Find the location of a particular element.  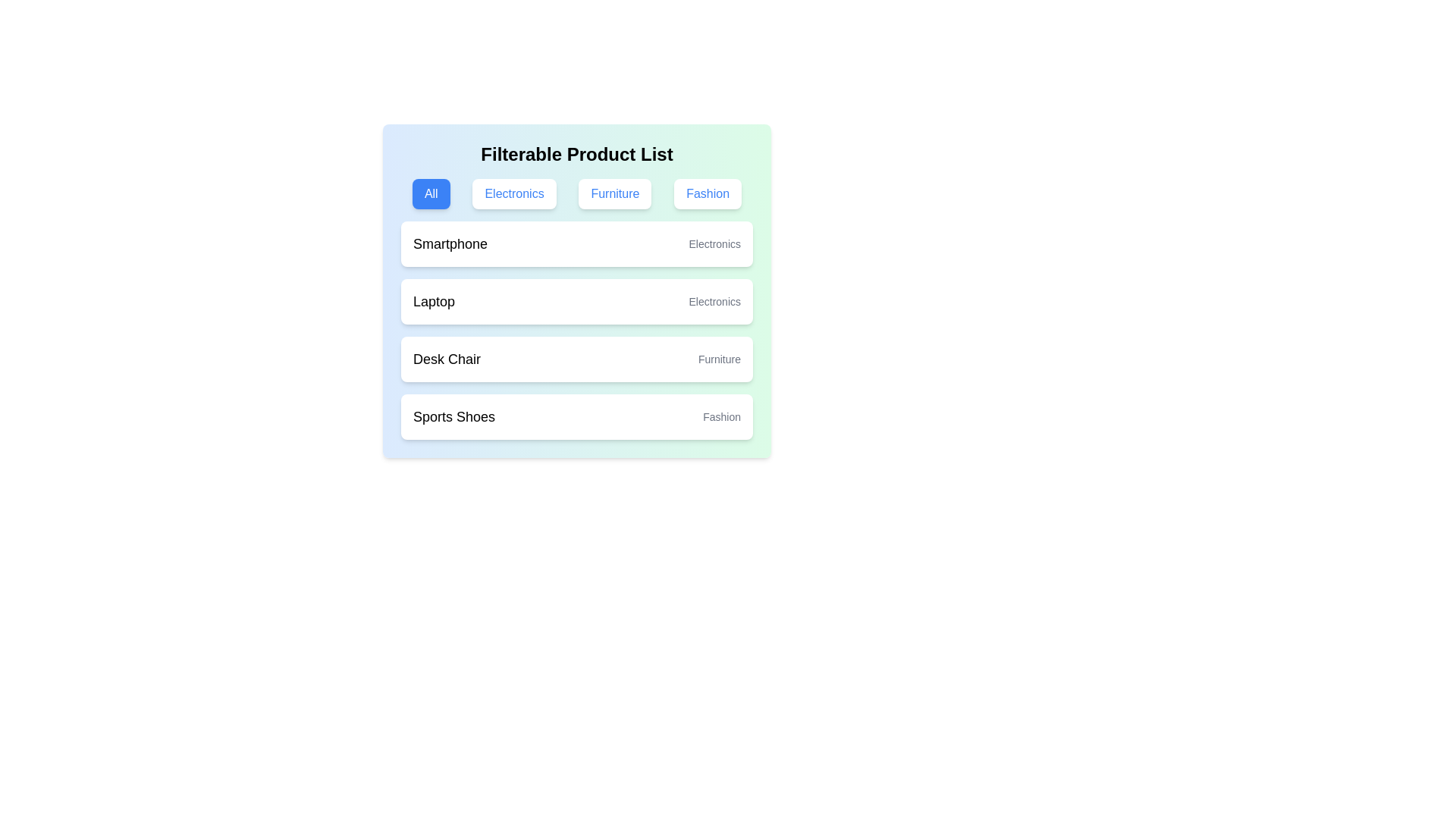

the product list item Smartphone is located at coordinates (576, 243).